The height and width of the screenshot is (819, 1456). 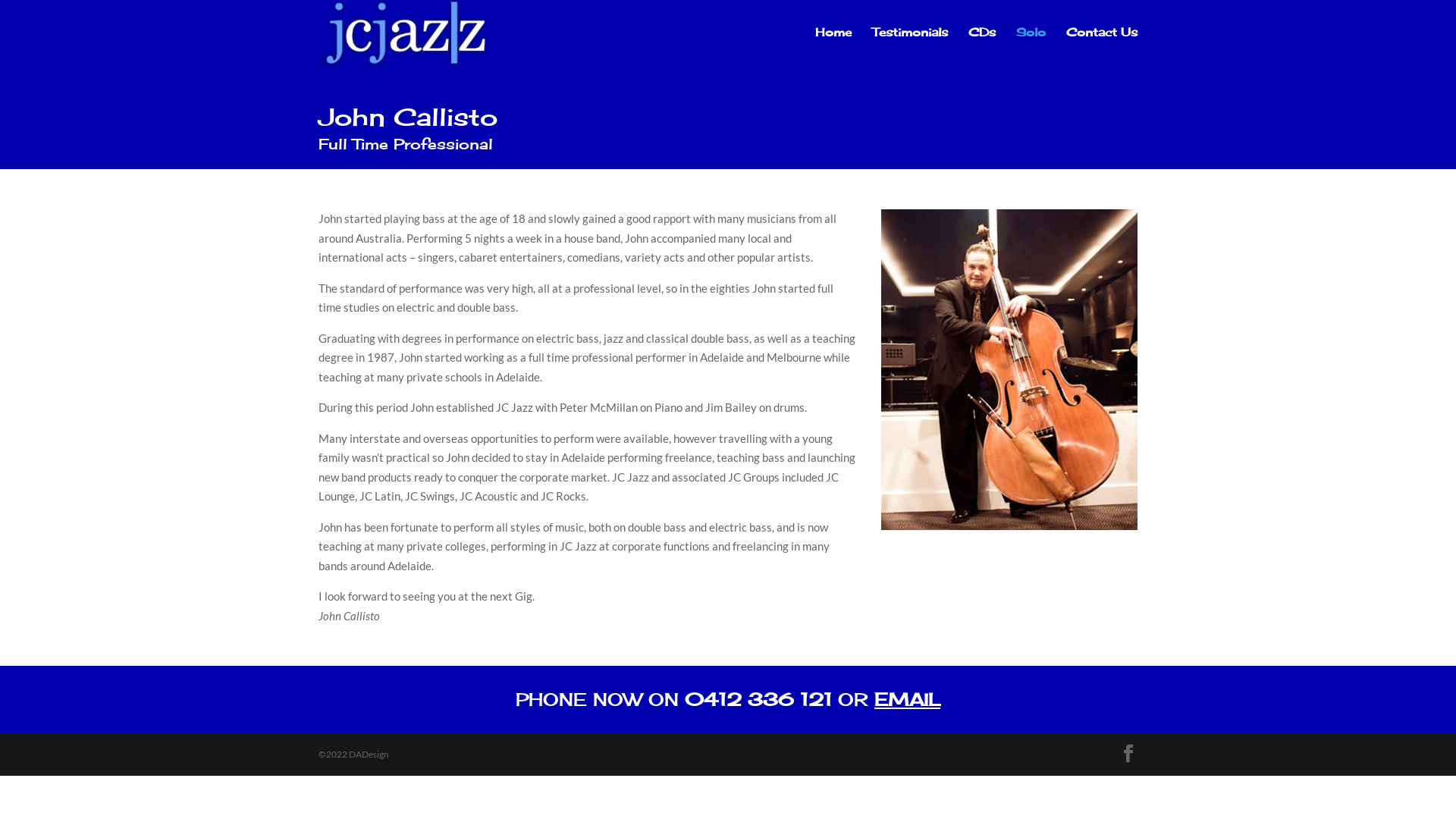 I want to click on 'Home', so click(x=833, y=45).